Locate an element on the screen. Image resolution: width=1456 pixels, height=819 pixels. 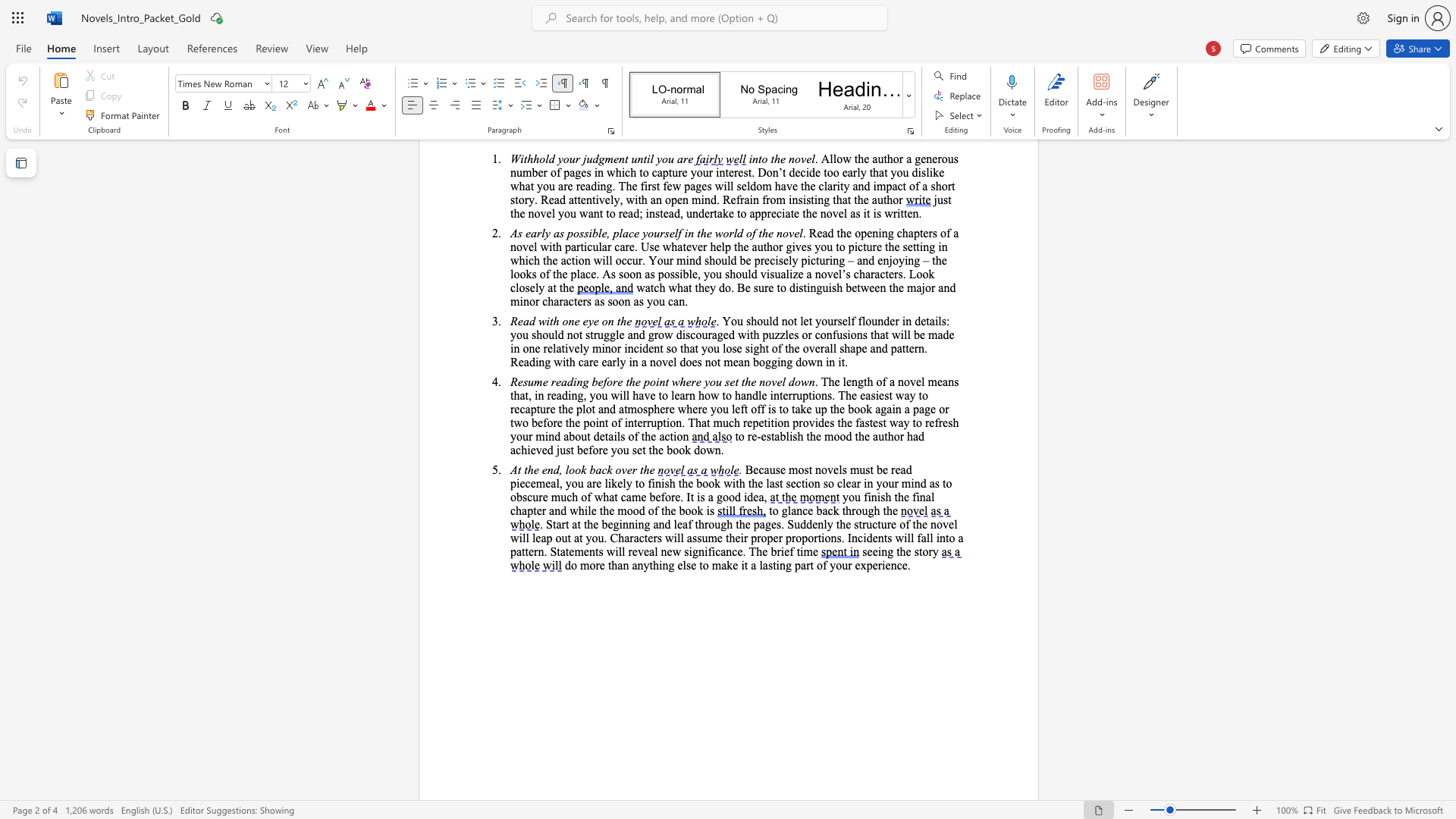
the subset text "ood of the book" within the text "and while the mood of the book is" is located at coordinates (626, 510).